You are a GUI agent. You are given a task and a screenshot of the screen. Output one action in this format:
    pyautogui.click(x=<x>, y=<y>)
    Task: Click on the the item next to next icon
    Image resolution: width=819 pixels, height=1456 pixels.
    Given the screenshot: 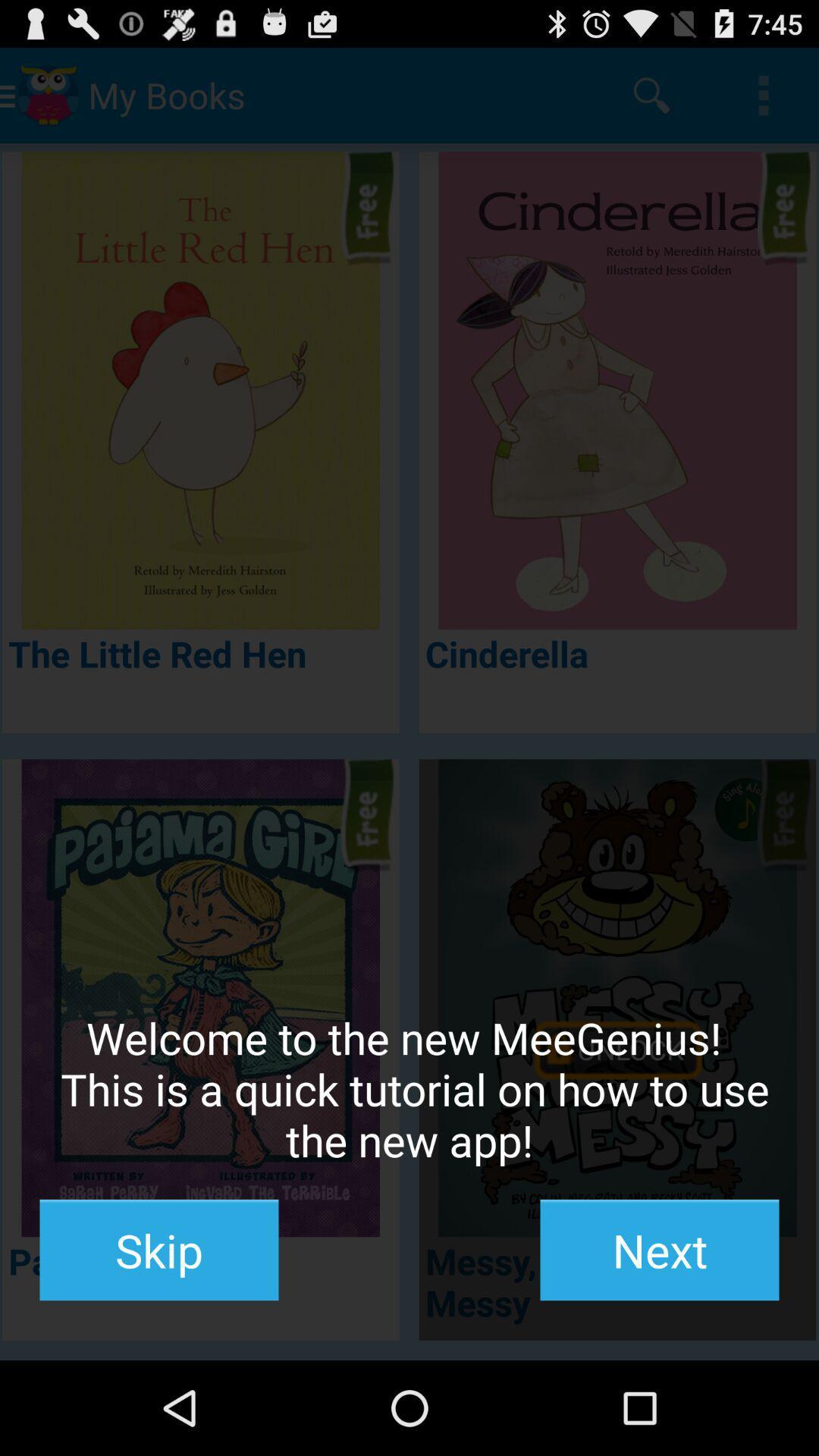 What is the action you would take?
    pyautogui.click(x=158, y=1250)
    